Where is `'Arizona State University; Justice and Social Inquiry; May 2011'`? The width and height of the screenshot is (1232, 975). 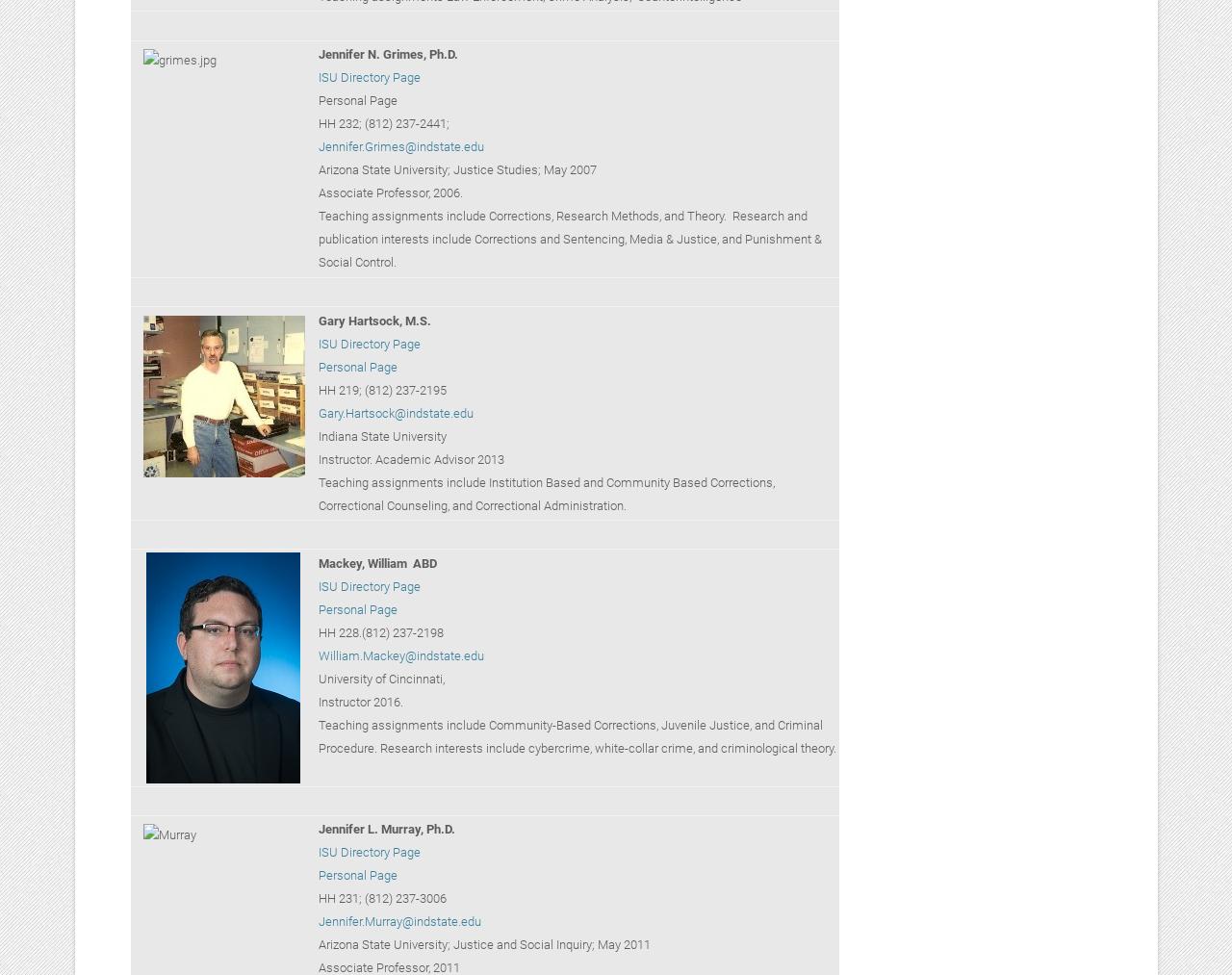 'Arizona State University; Justice and Social Inquiry; May 2011' is located at coordinates (483, 944).